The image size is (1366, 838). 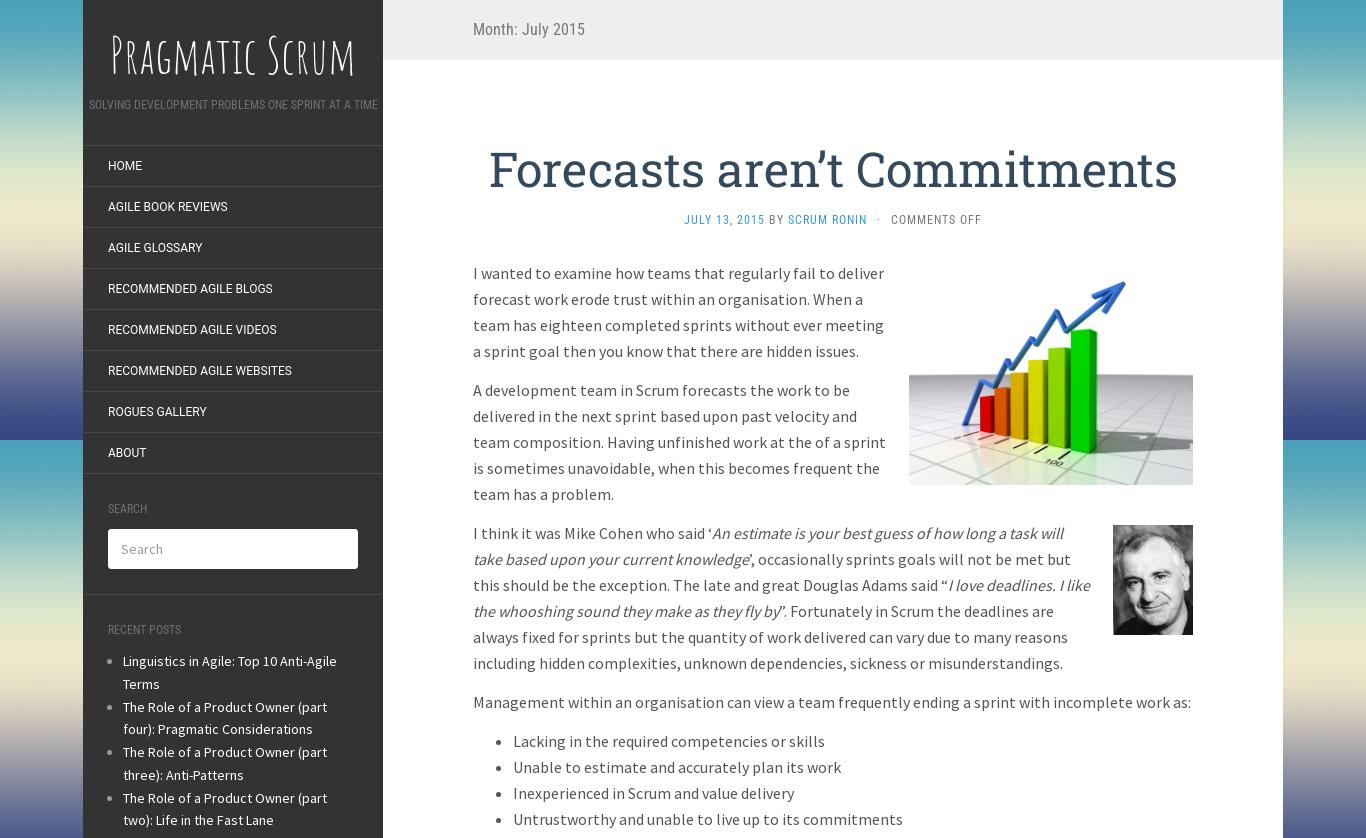 What do you see at coordinates (154, 246) in the screenshot?
I see `'Agile Glossary'` at bounding box center [154, 246].